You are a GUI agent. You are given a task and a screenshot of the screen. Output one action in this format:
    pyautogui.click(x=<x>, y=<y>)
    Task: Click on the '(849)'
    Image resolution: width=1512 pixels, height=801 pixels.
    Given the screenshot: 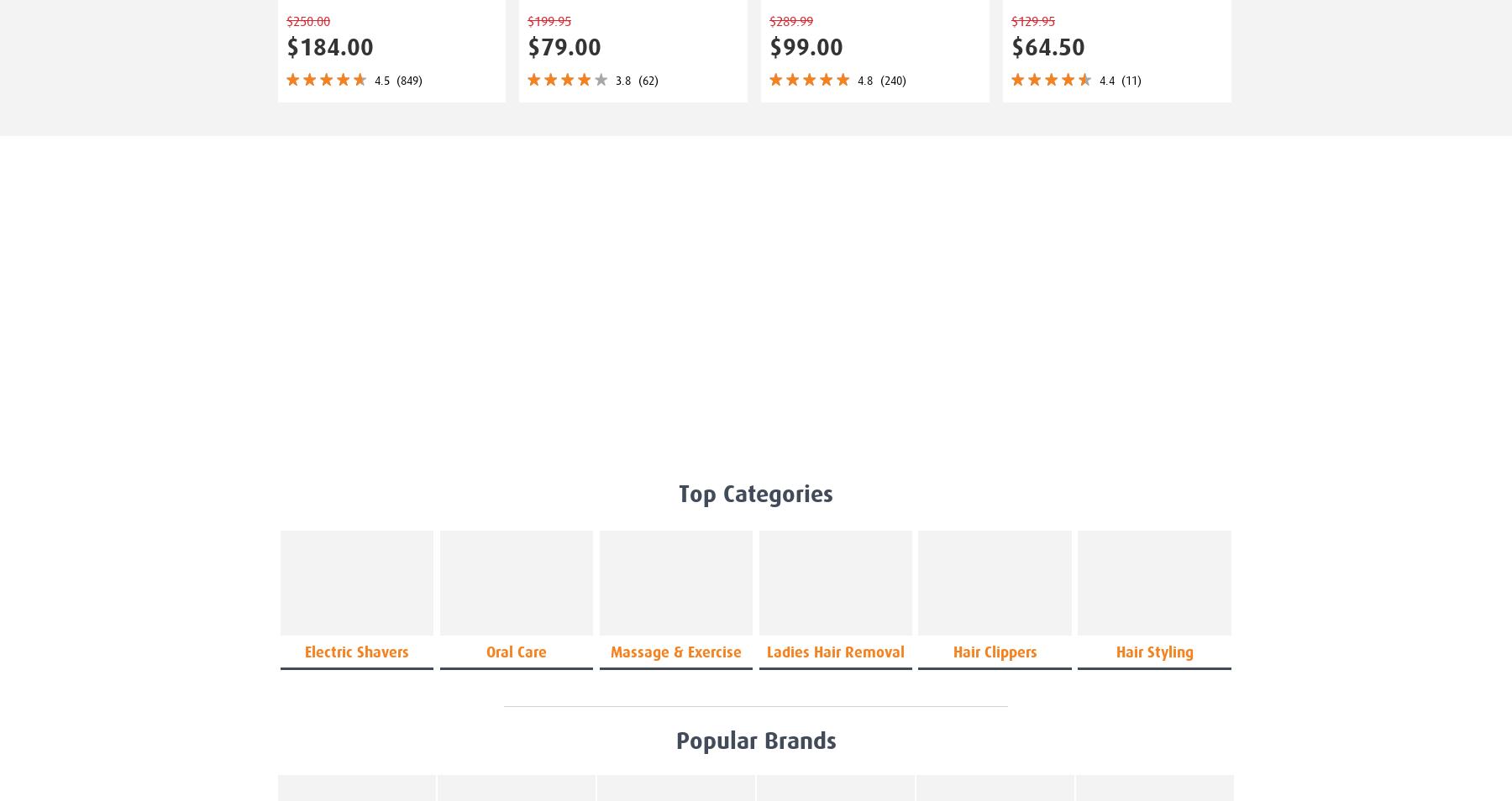 What is the action you would take?
    pyautogui.click(x=408, y=79)
    